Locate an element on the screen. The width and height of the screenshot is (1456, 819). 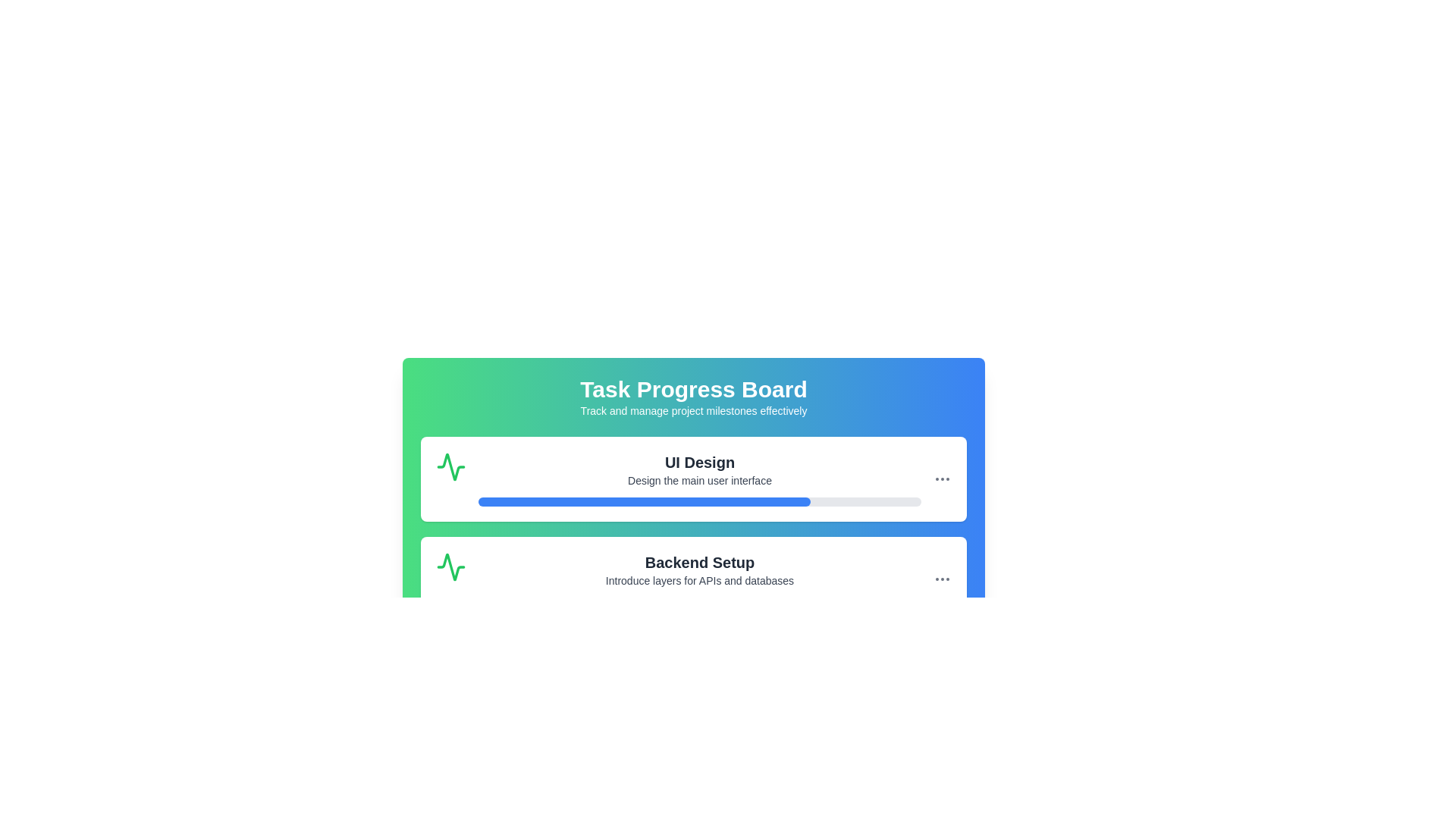
the text element displaying 'Design the main user interface' which is located below the title 'UI Design' and above the progress bar is located at coordinates (698, 480).